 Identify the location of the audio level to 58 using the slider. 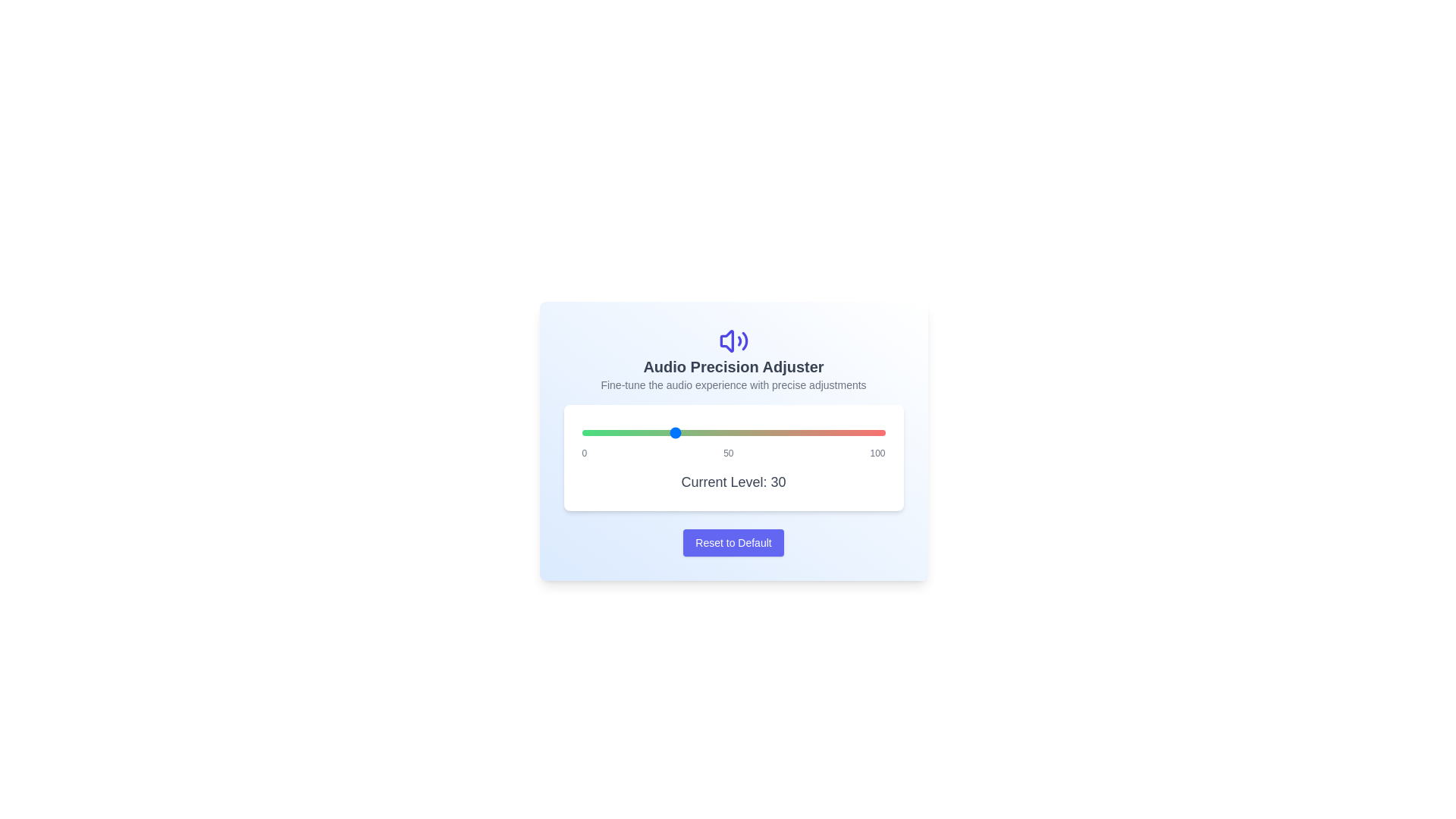
(758, 432).